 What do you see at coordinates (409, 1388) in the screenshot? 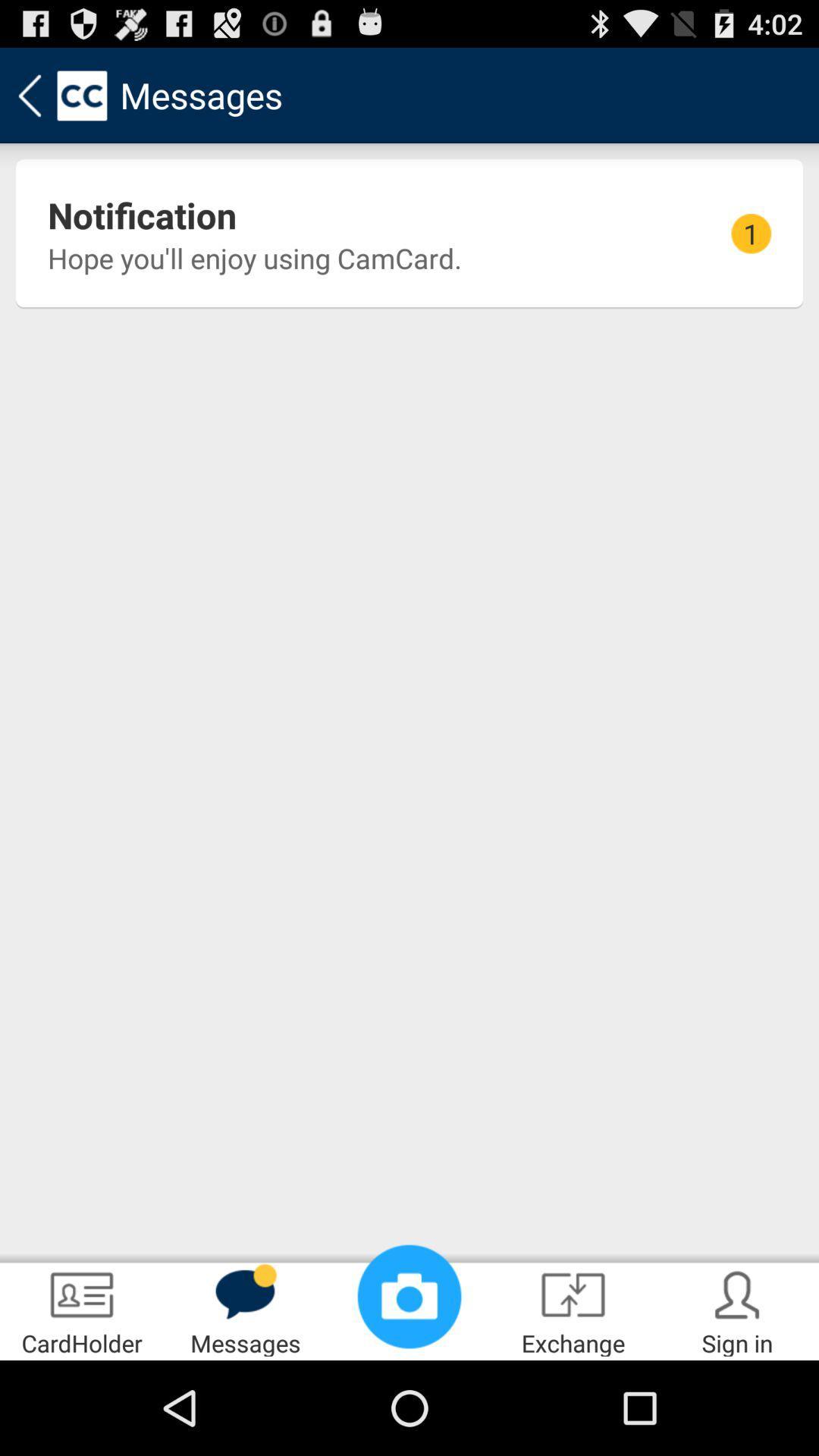
I see `the photo icon` at bounding box center [409, 1388].